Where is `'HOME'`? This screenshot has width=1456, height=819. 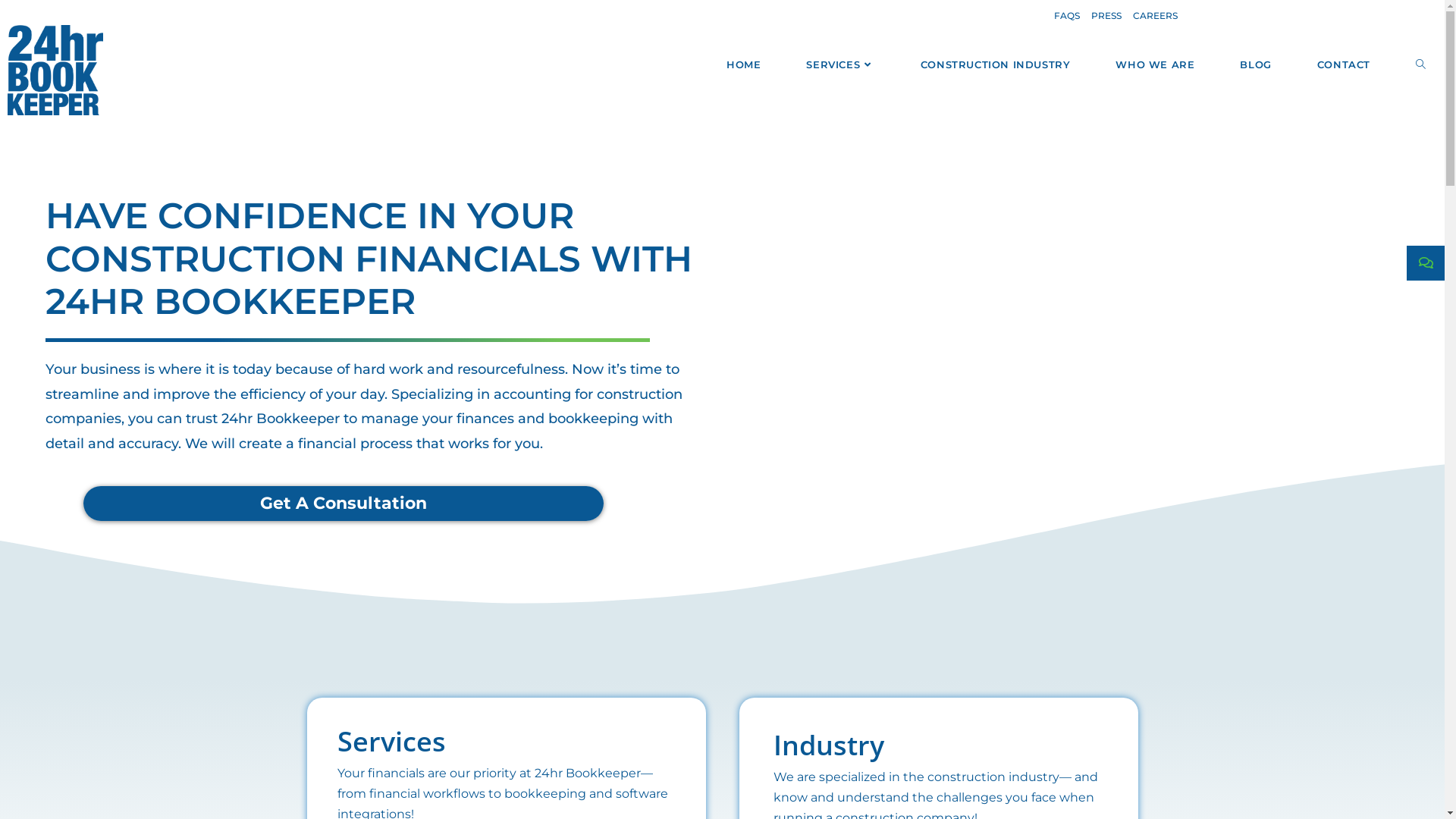
'HOME' is located at coordinates (743, 63).